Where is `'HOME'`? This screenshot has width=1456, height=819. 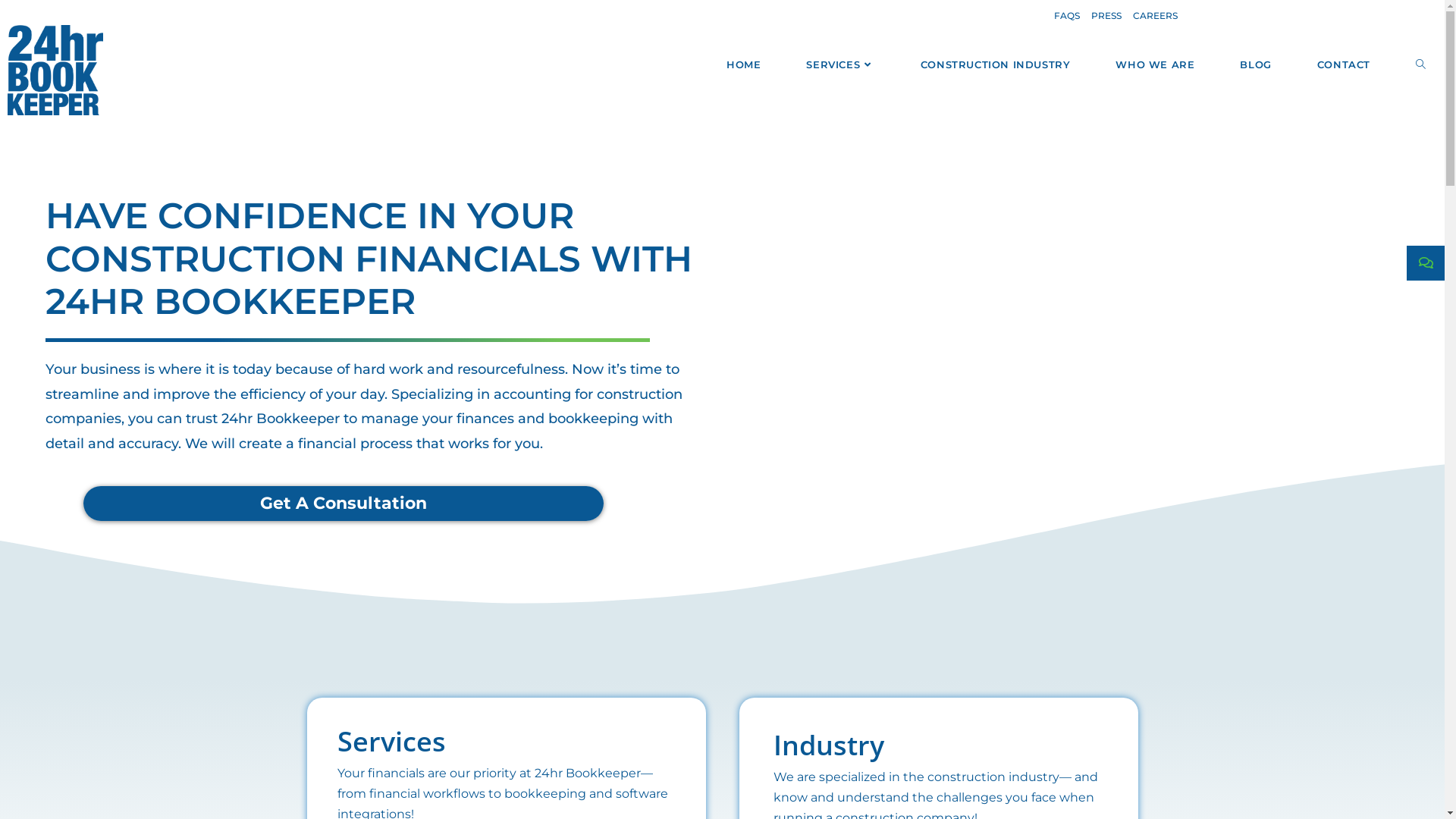
'HOME' is located at coordinates (743, 63).